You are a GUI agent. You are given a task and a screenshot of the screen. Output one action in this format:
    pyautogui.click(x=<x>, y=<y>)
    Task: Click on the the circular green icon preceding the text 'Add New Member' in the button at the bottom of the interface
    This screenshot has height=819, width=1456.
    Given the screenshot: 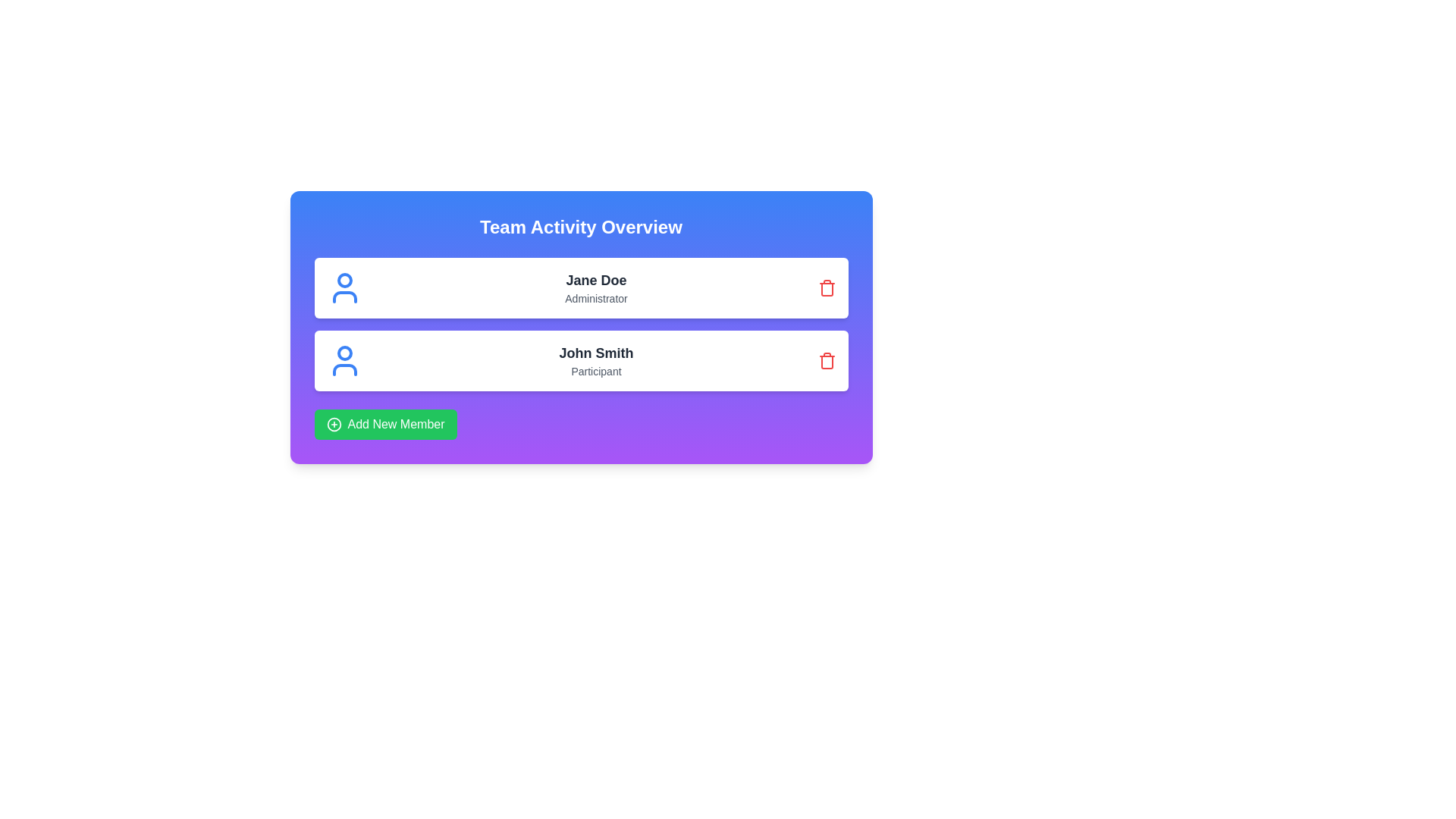 What is the action you would take?
    pyautogui.click(x=333, y=424)
    